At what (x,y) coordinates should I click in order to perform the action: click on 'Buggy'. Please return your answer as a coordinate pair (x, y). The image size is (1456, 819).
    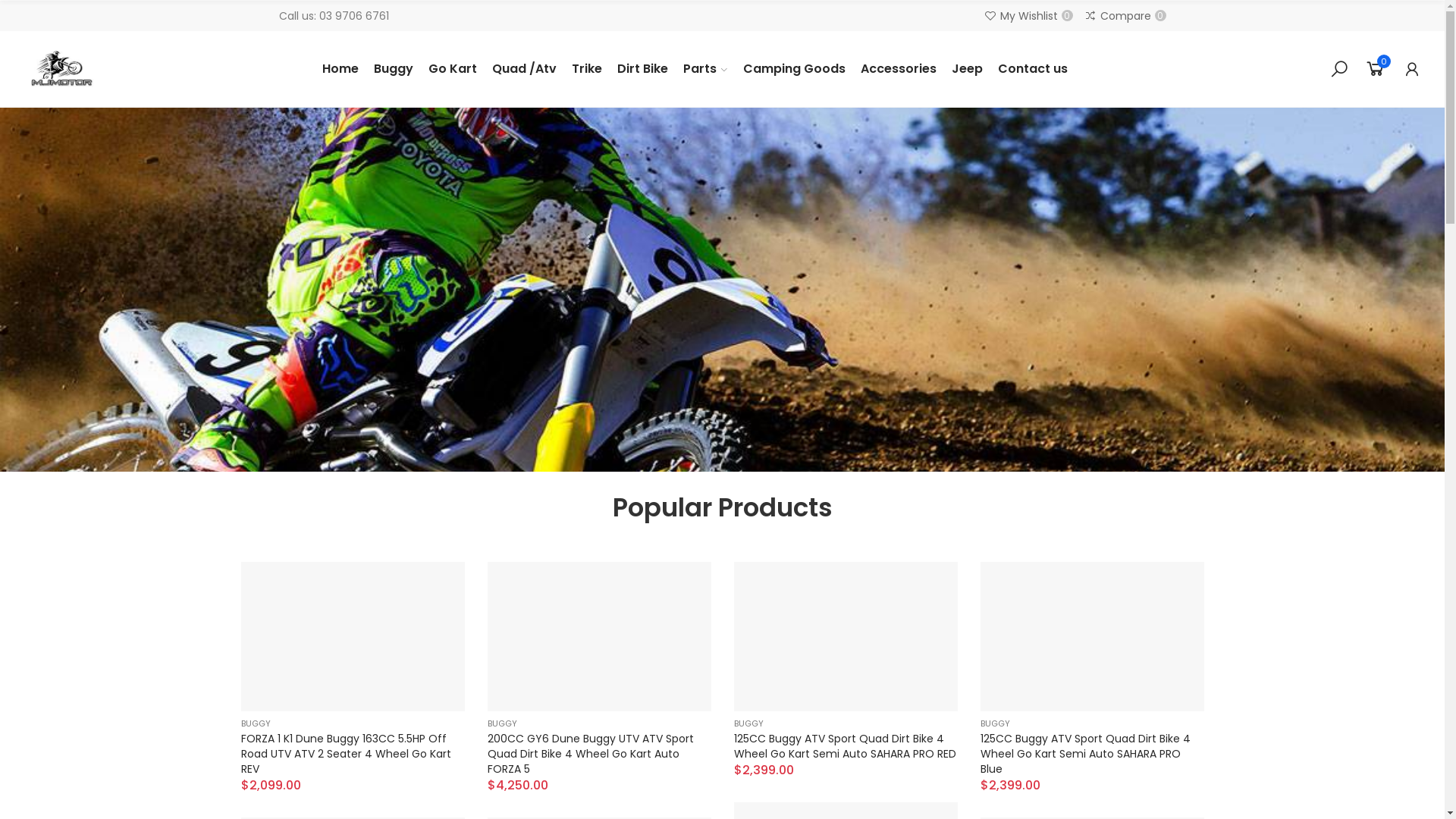
    Looking at the image, I should click on (393, 69).